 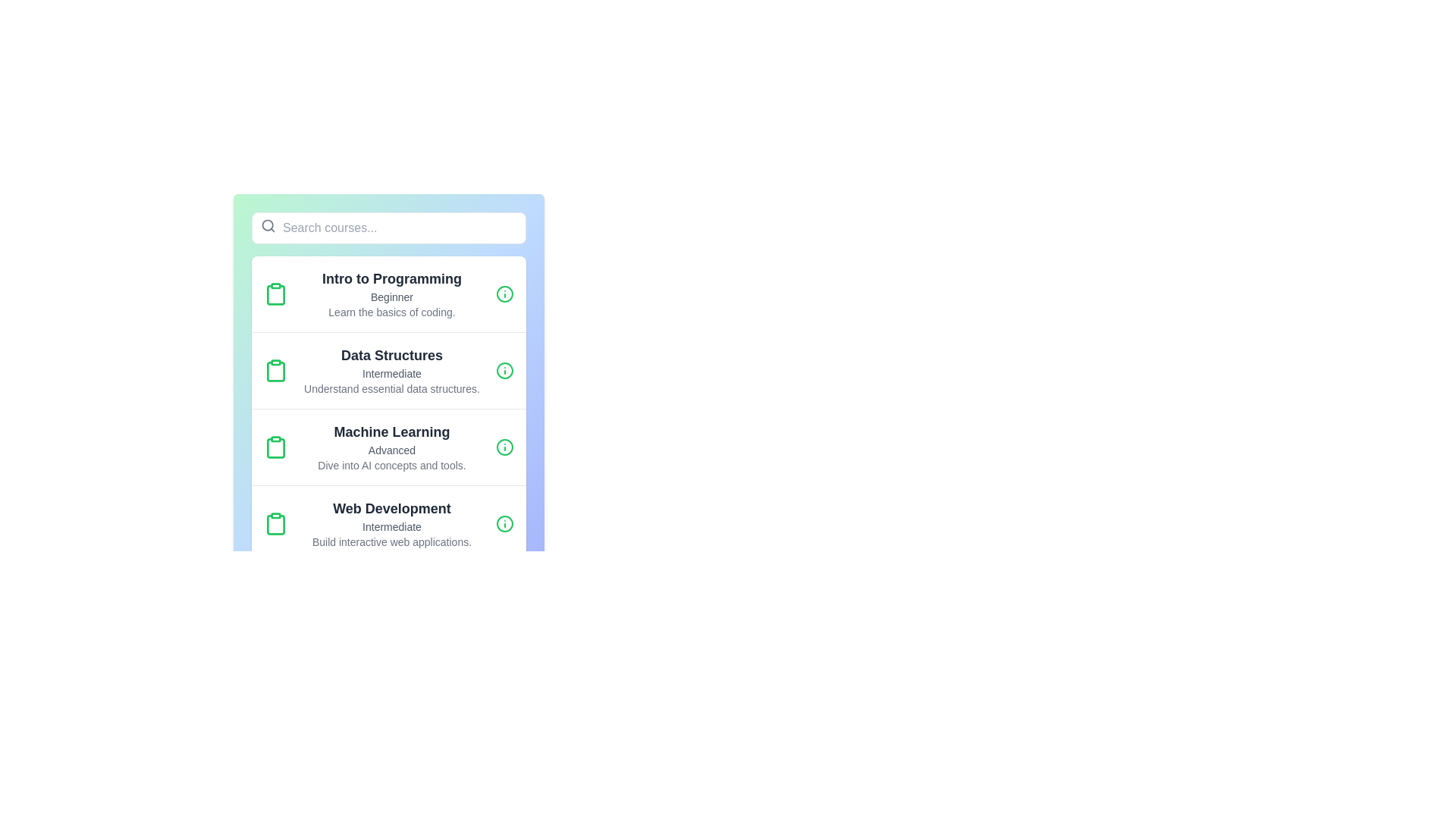 What do you see at coordinates (392, 509) in the screenshot?
I see `the text label serving as the title for the course, which is the fourth list item in a vertically stacked list` at bounding box center [392, 509].